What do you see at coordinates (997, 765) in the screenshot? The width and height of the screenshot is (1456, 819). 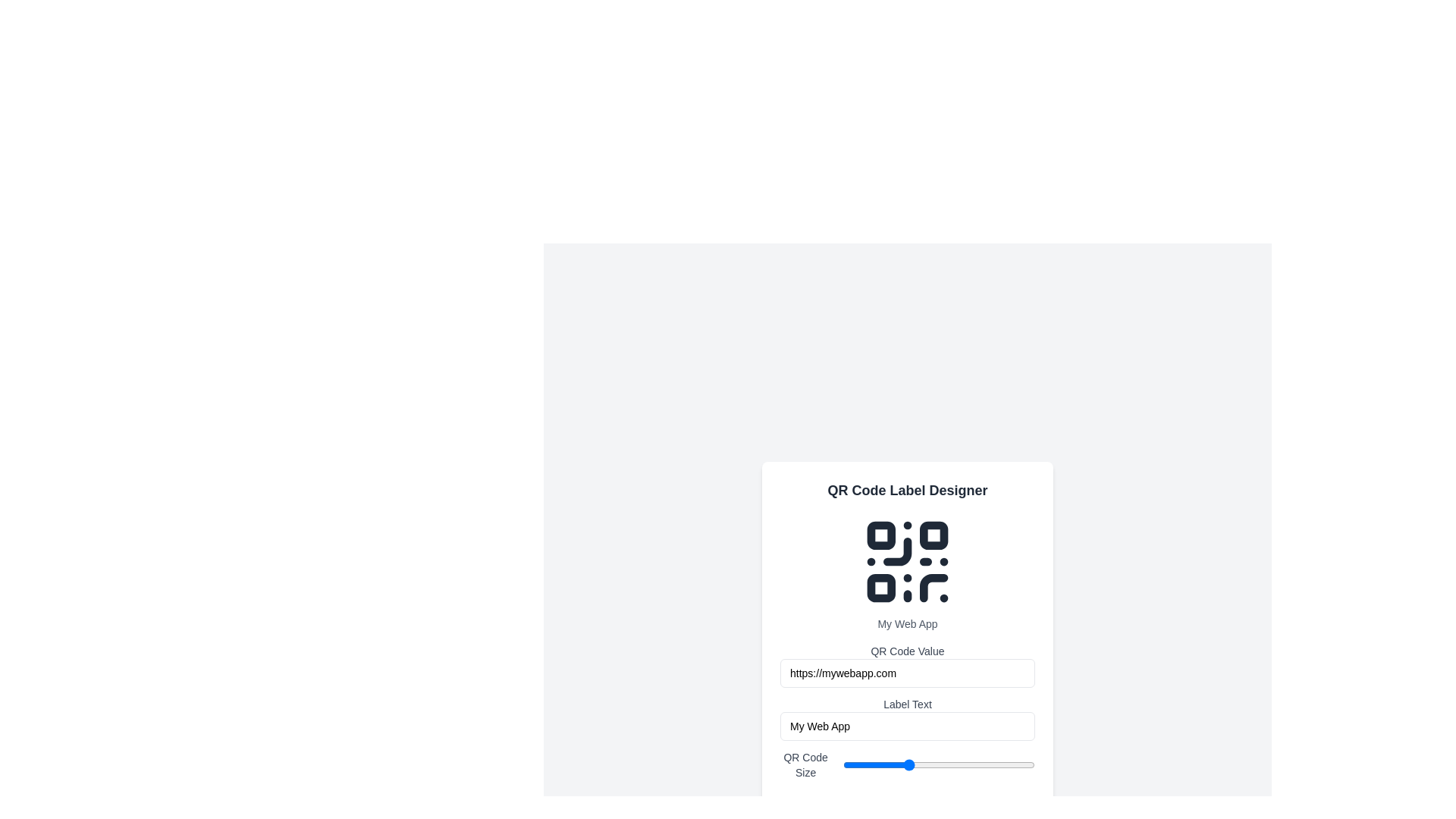 I see `the QR Code Size` at bounding box center [997, 765].